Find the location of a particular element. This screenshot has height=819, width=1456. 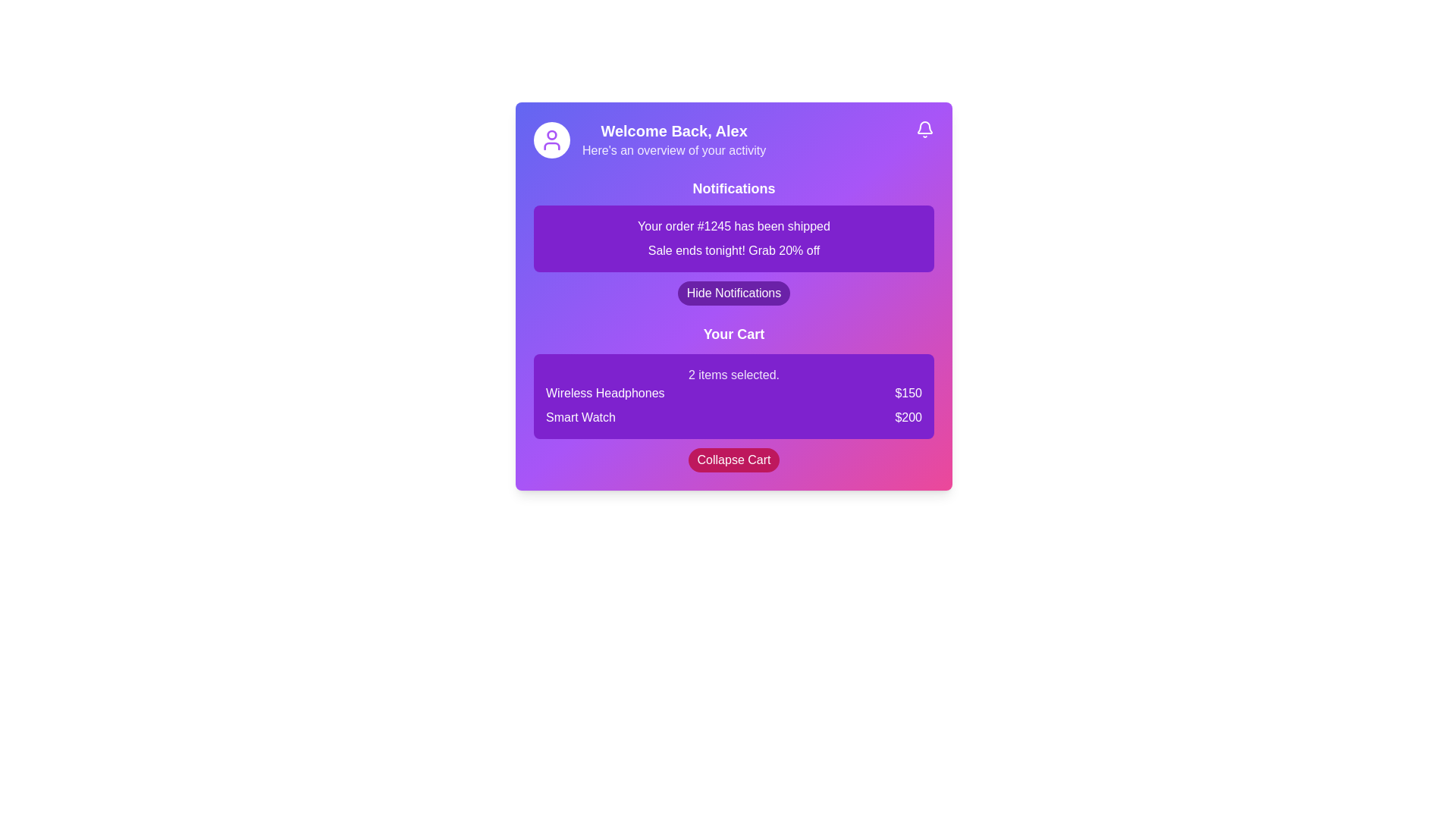

the bell icon located in the top right corner of the vibrant rectangular card interface is located at coordinates (924, 127).